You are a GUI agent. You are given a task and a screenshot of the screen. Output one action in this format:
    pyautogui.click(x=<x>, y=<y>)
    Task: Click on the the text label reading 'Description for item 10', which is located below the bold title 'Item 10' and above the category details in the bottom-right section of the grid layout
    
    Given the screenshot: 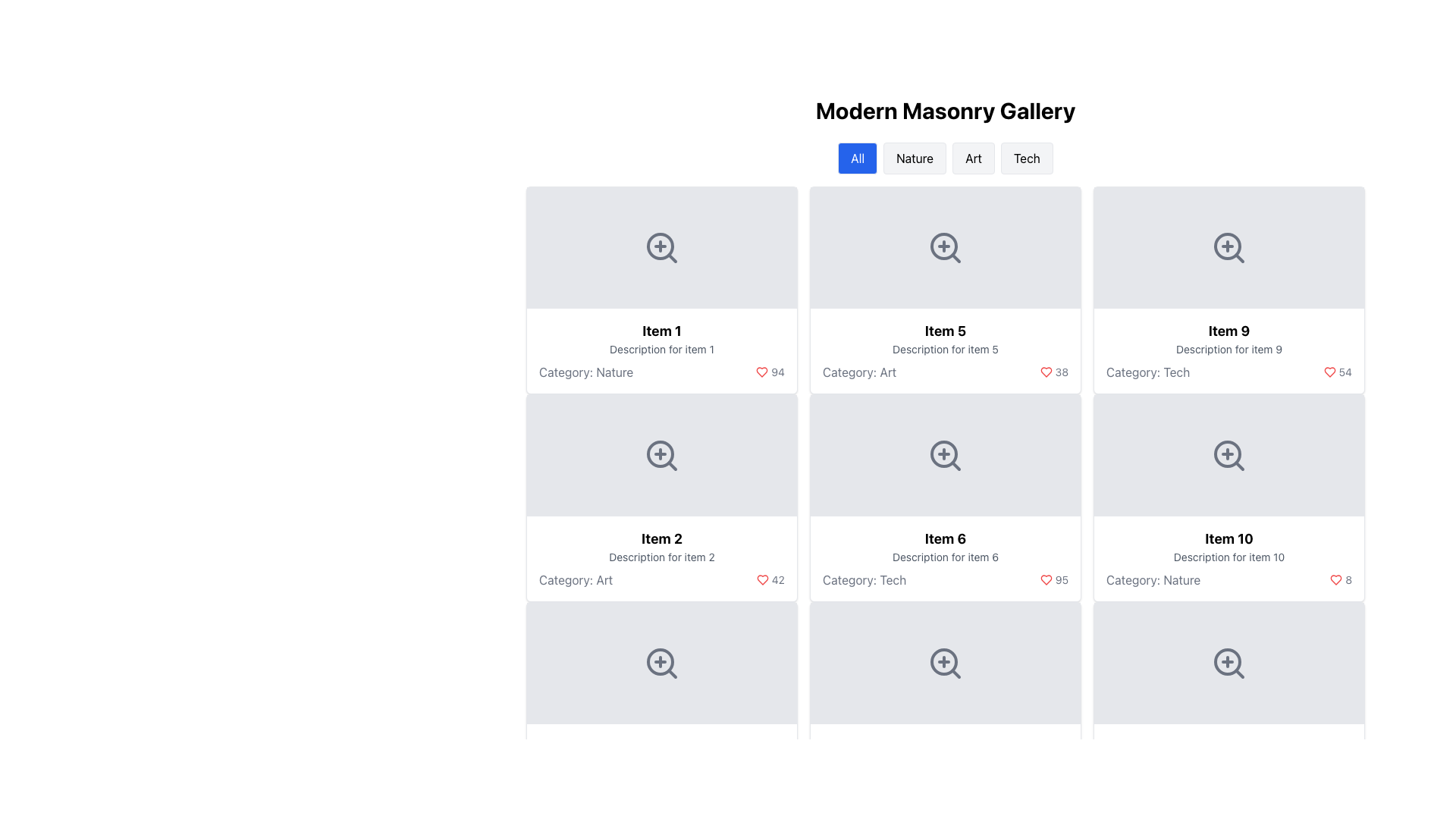 What is the action you would take?
    pyautogui.click(x=1229, y=557)
    